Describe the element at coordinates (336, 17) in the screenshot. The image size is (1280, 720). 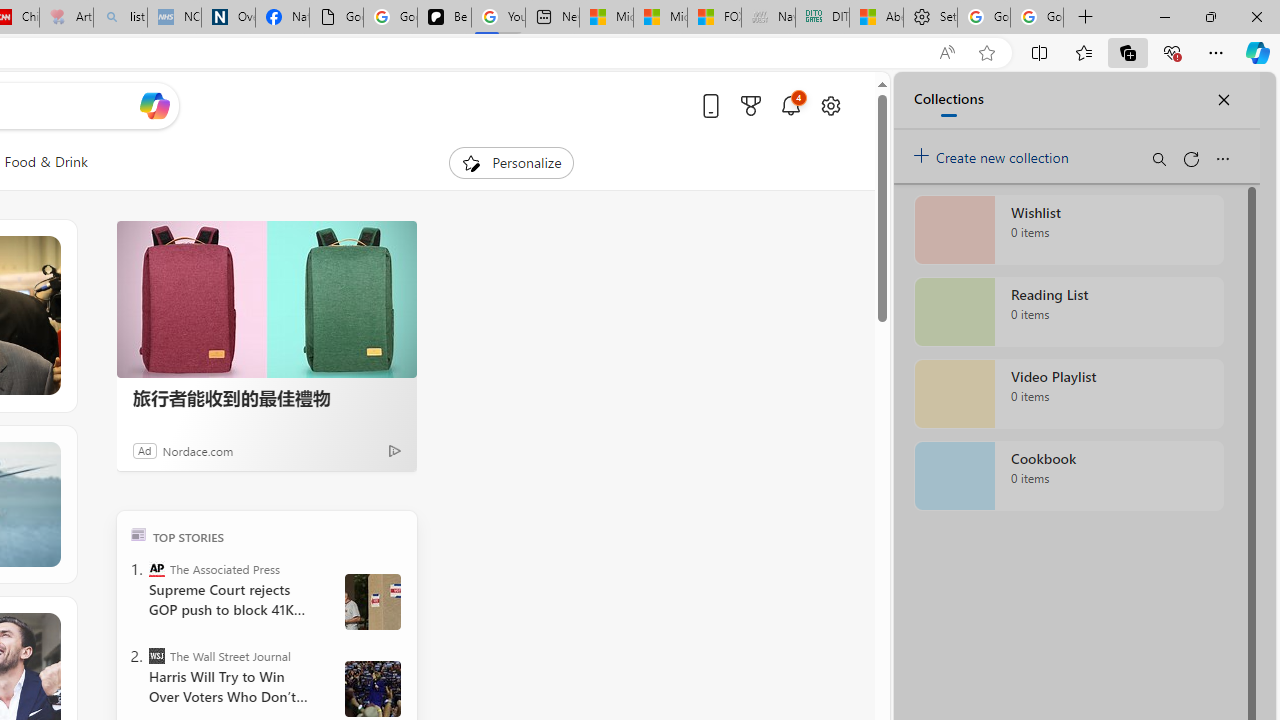
I see `'Google Analytics Opt-out Browser Add-on Download Page'` at that location.